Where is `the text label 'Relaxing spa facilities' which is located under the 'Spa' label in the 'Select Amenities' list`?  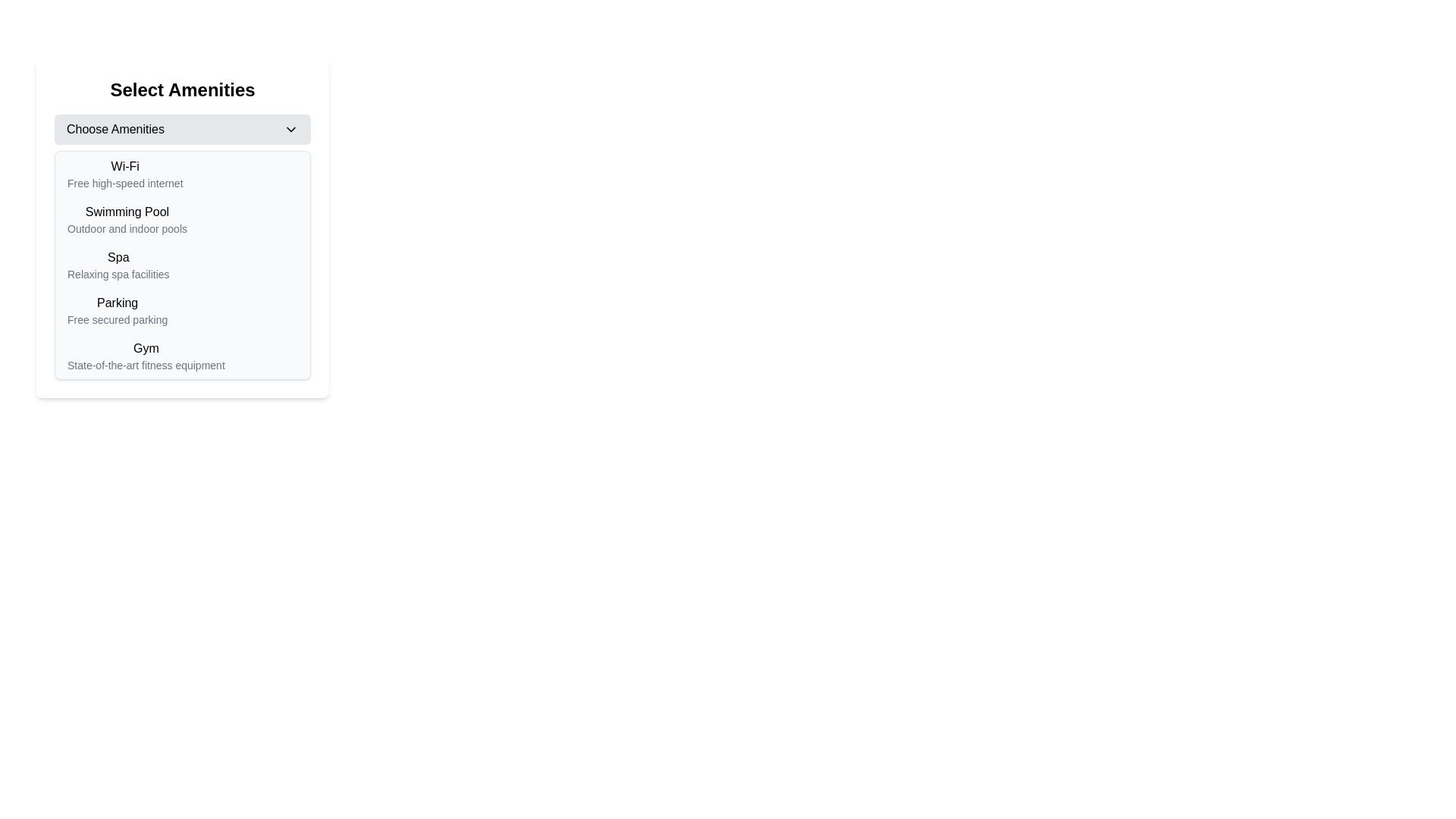
the text label 'Relaxing spa facilities' which is located under the 'Spa' label in the 'Select Amenities' list is located at coordinates (118, 275).